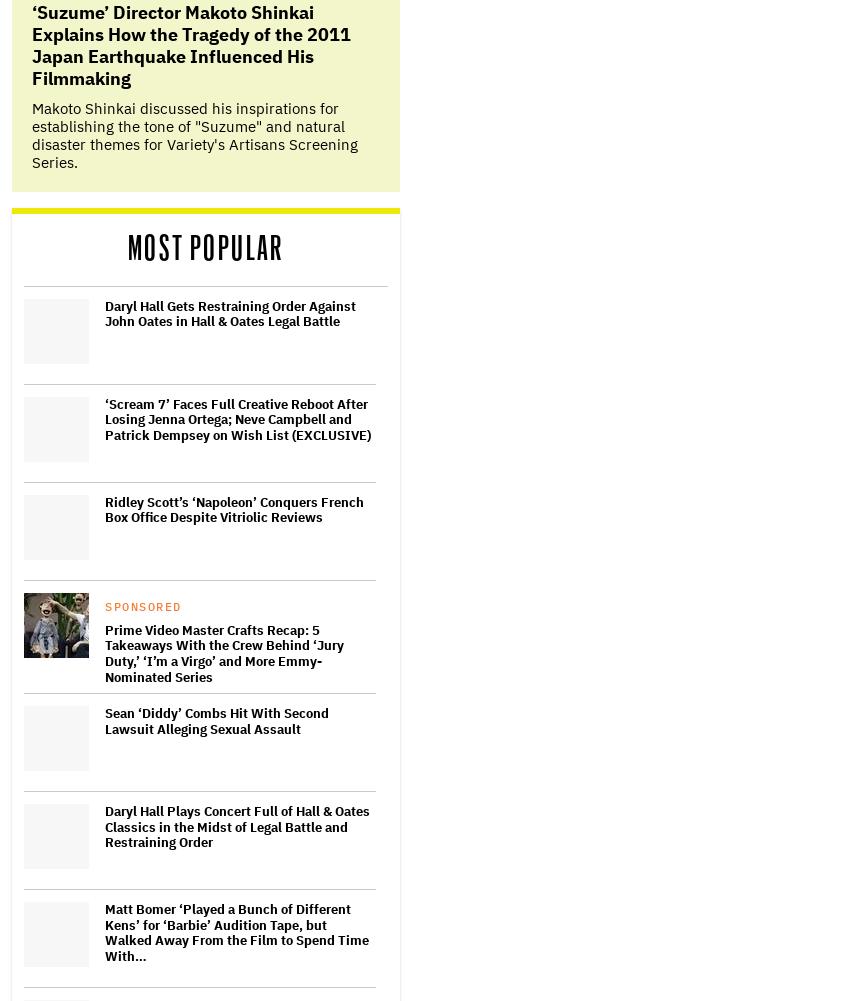 This screenshot has height=1001, width=849. I want to click on 'Daryl Hall Gets Restraining Order Against John Oates in Hall & Oates Legal Battle', so click(229, 313).